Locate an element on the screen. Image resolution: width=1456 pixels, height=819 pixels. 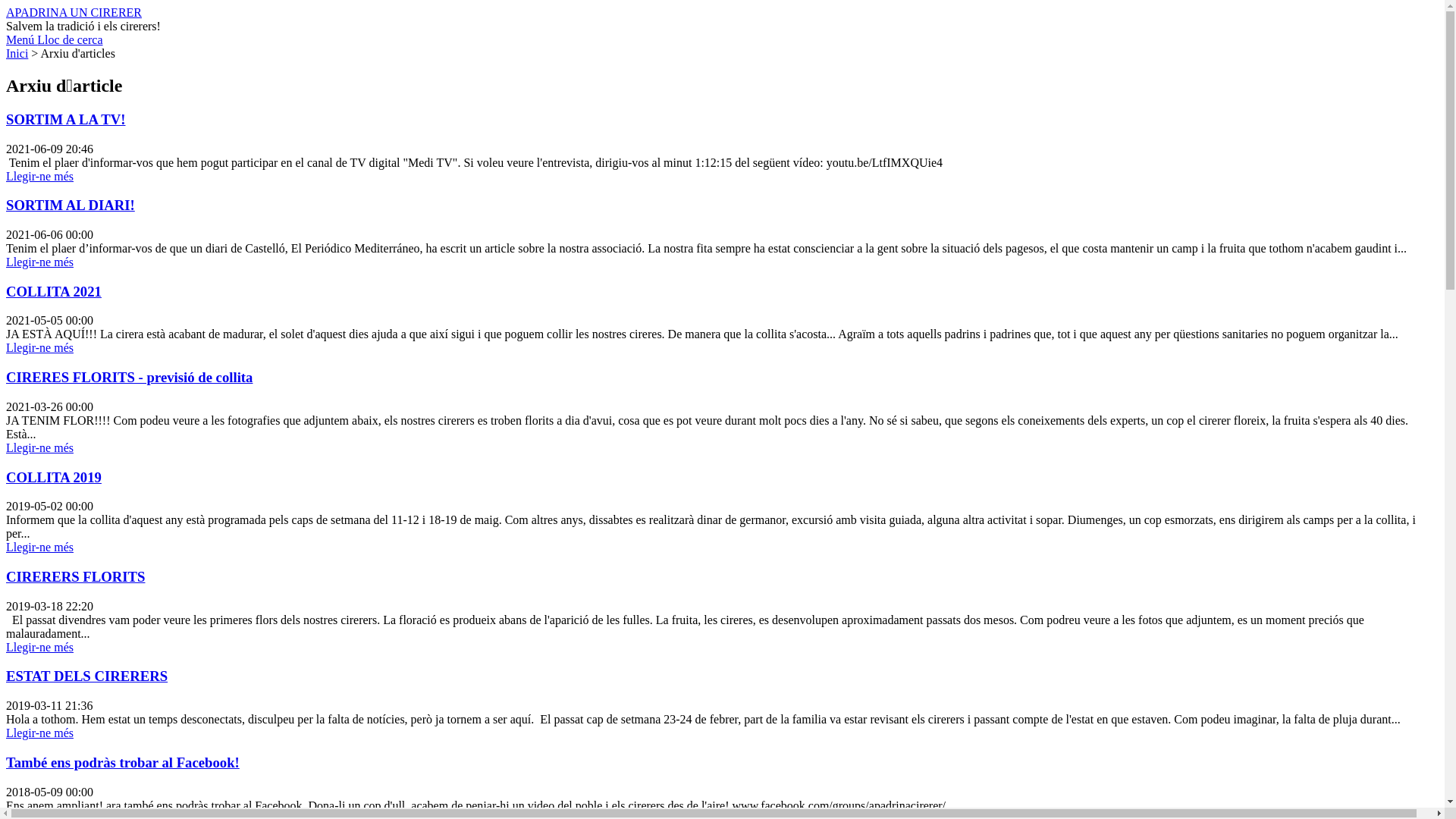
'COLLITA 2021' is located at coordinates (54, 291).